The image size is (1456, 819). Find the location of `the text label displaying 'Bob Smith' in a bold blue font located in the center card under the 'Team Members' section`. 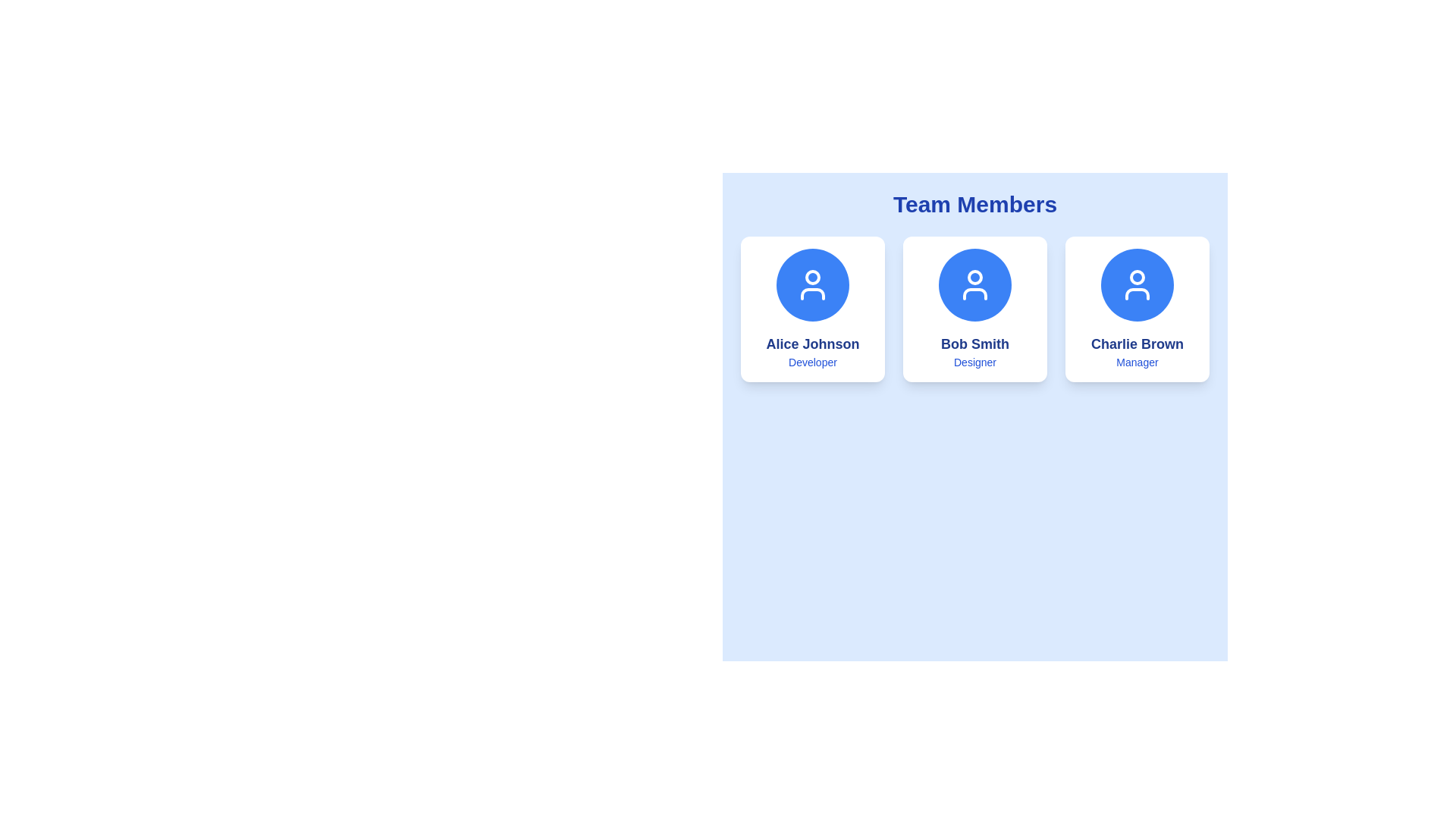

the text label displaying 'Bob Smith' in a bold blue font located in the center card under the 'Team Members' section is located at coordinates (975, 344).